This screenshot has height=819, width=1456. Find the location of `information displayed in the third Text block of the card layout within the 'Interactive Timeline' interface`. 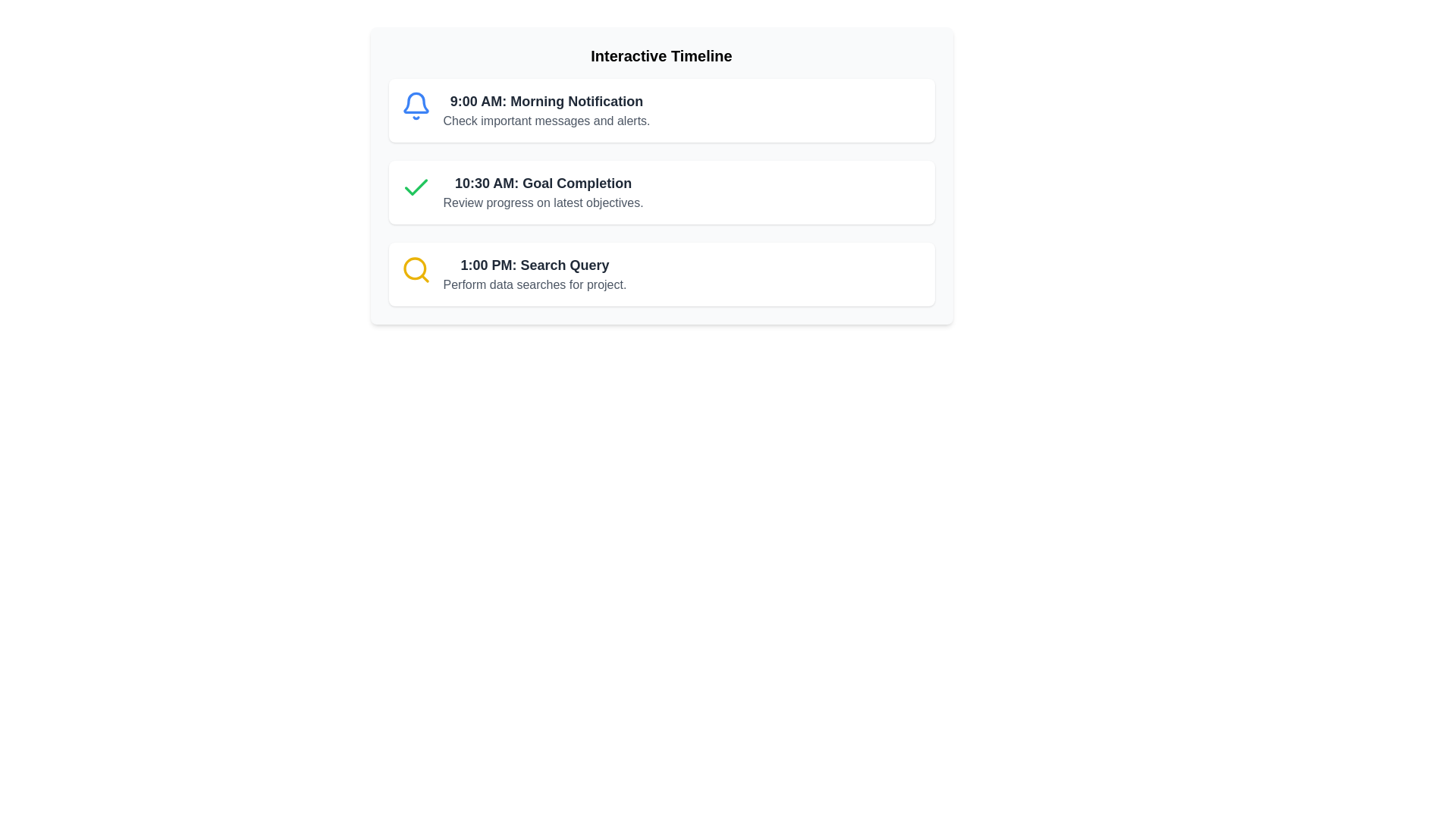

information displayed in the third Text block of the card layout within the 'Interactive Timeline' interface is located at coordinates (535, 275).